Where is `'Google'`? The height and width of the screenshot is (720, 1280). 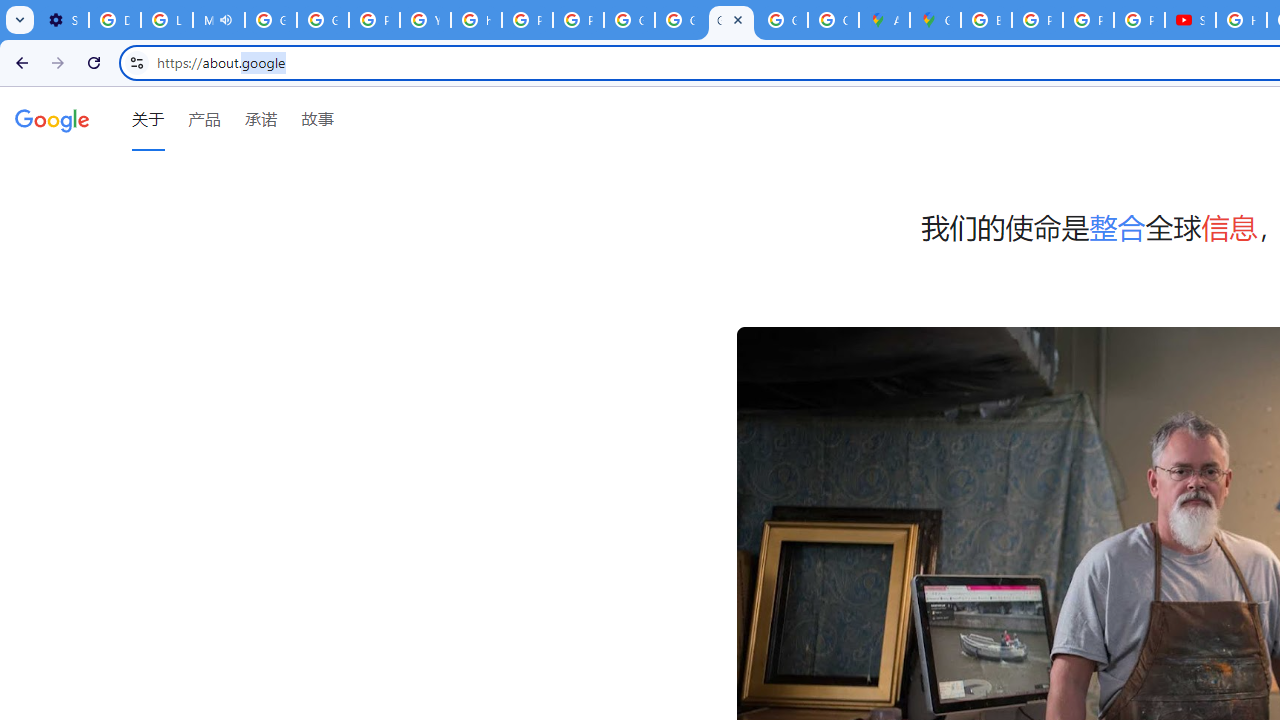 'Google' is located at coordinates (52, 119).